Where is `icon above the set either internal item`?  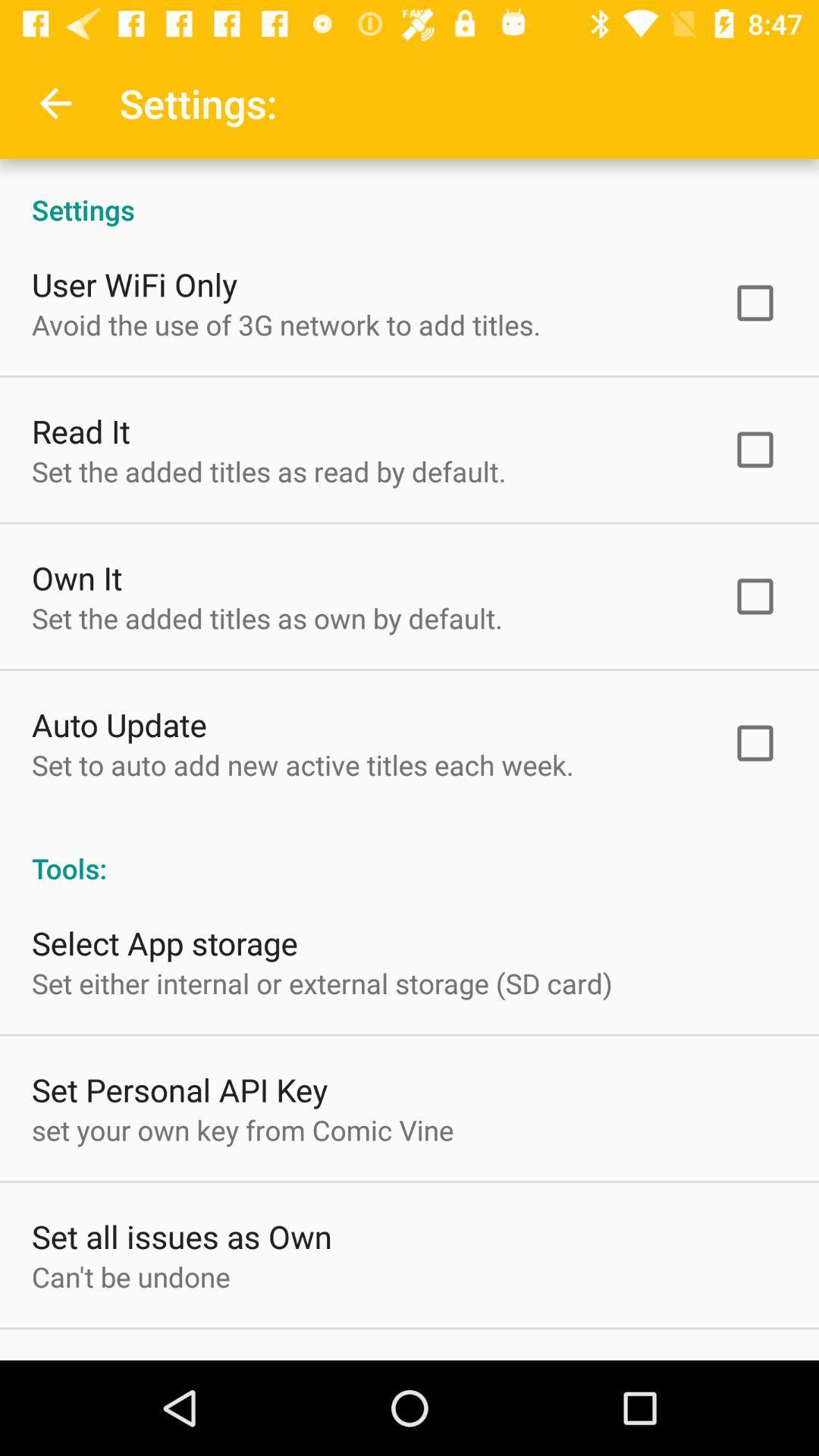
icon above the set either internal item is located at coordinates (165, 942).